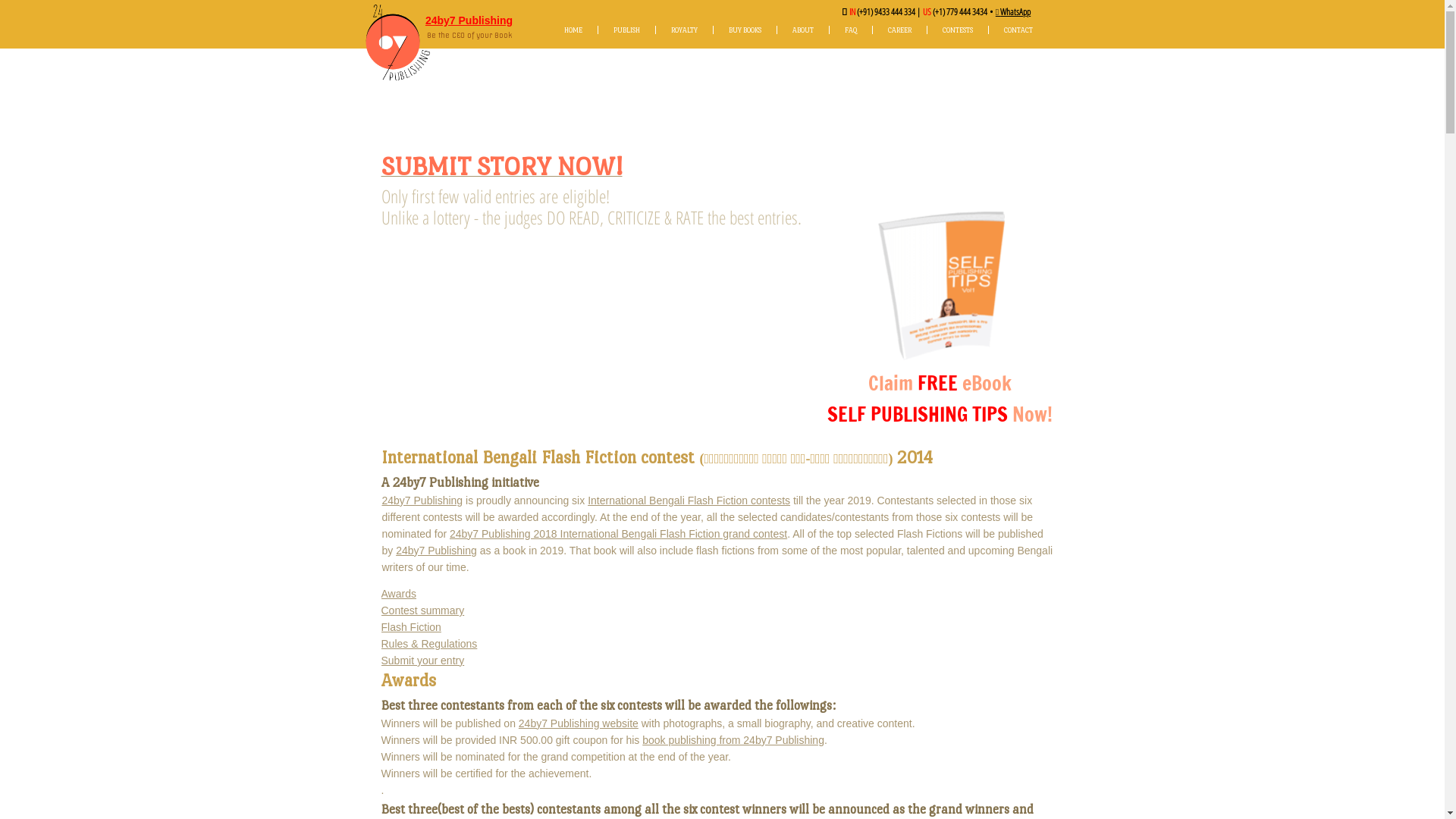 Image resolution: width=1456 pixels, height=819 pixels. I want to click on 'SUBMIT STORY NOW!', so click(501, 171).